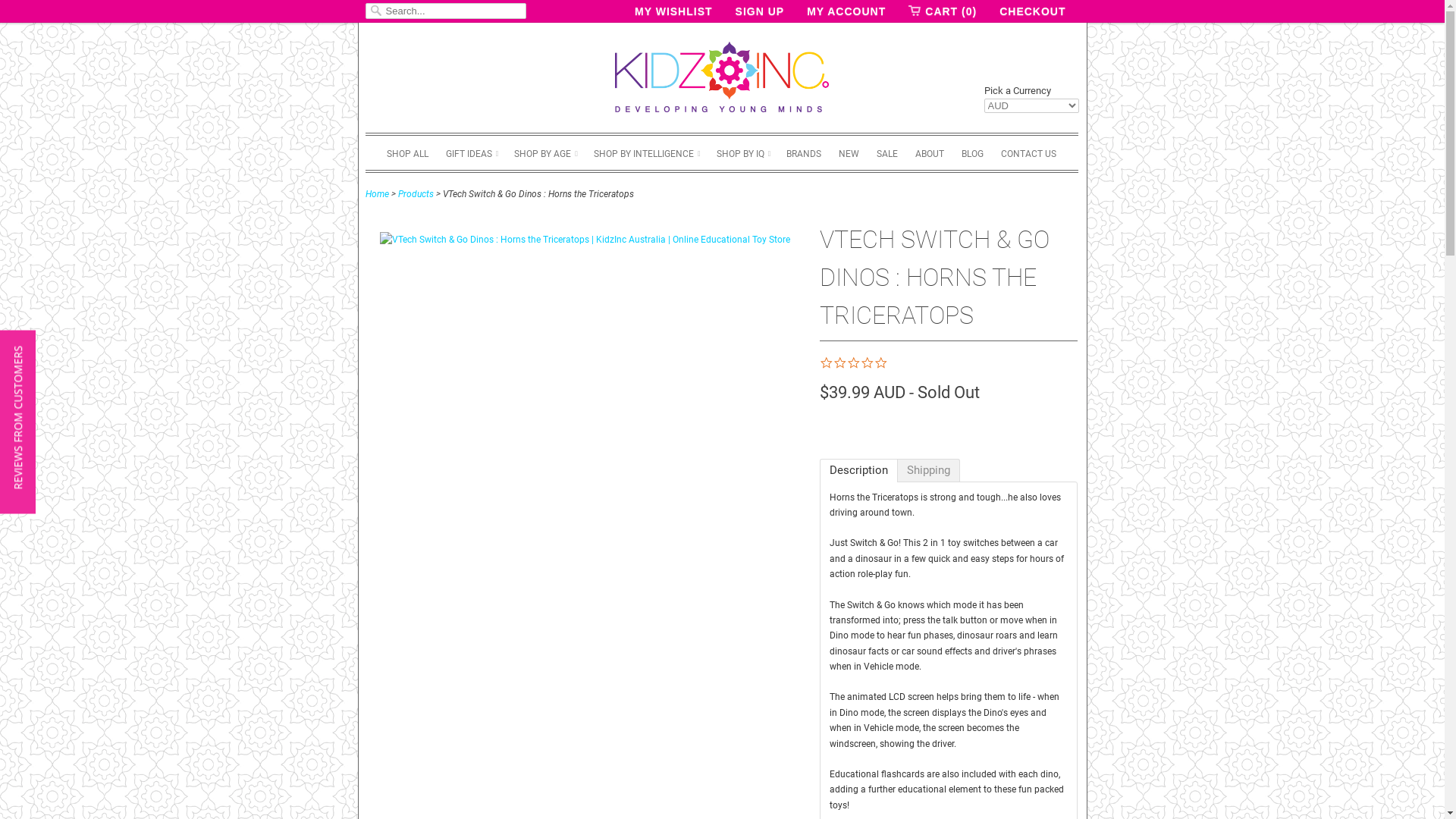 This screenshot has width=1456, height=819. I want to click on 'MY WISHLIST', so click(673, 11).